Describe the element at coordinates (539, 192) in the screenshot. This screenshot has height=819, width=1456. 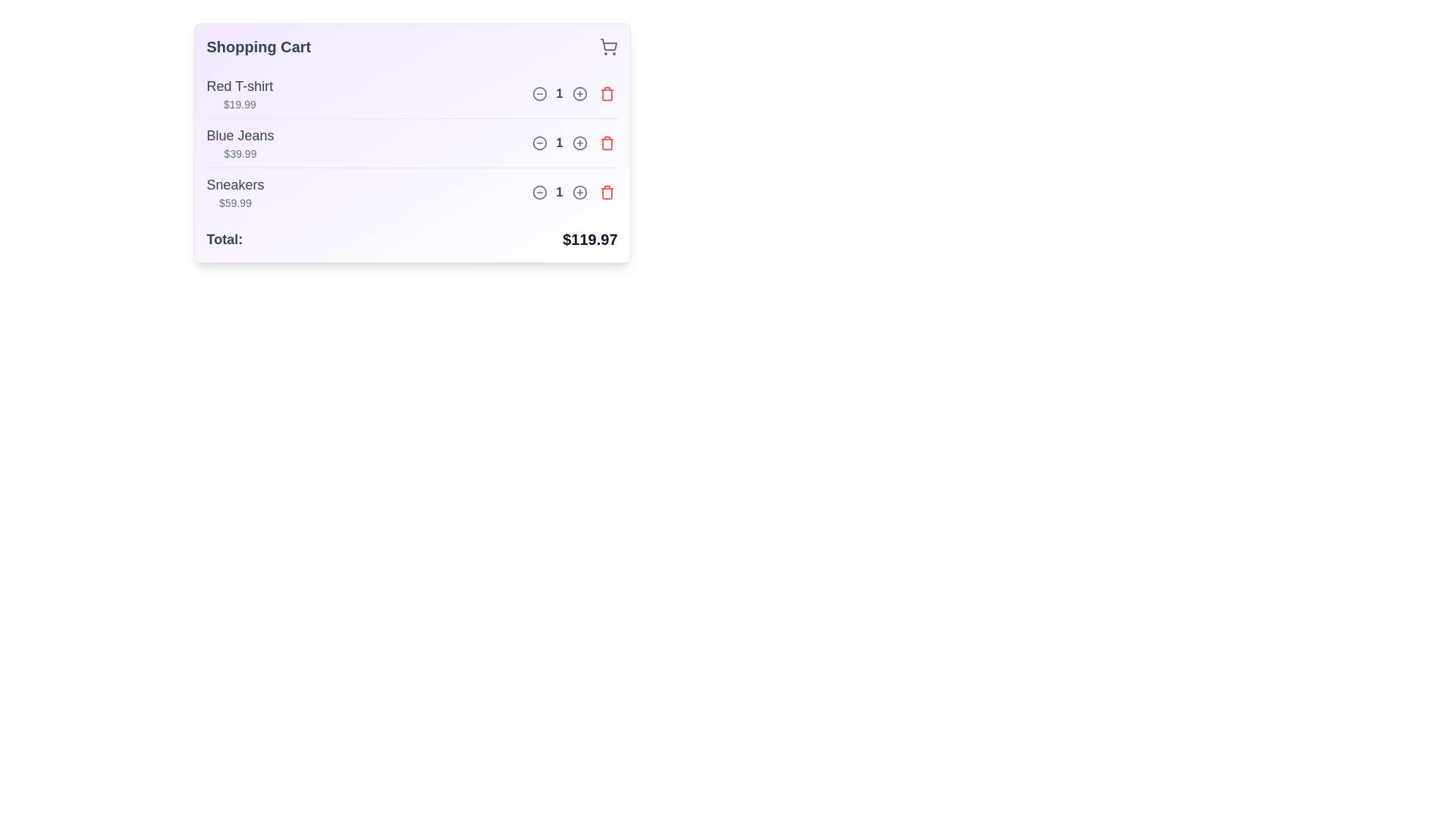
I see `the circular button located to the left of the quantity indicator for the 'Sneakers' item in the shopping cart interface` at that location.